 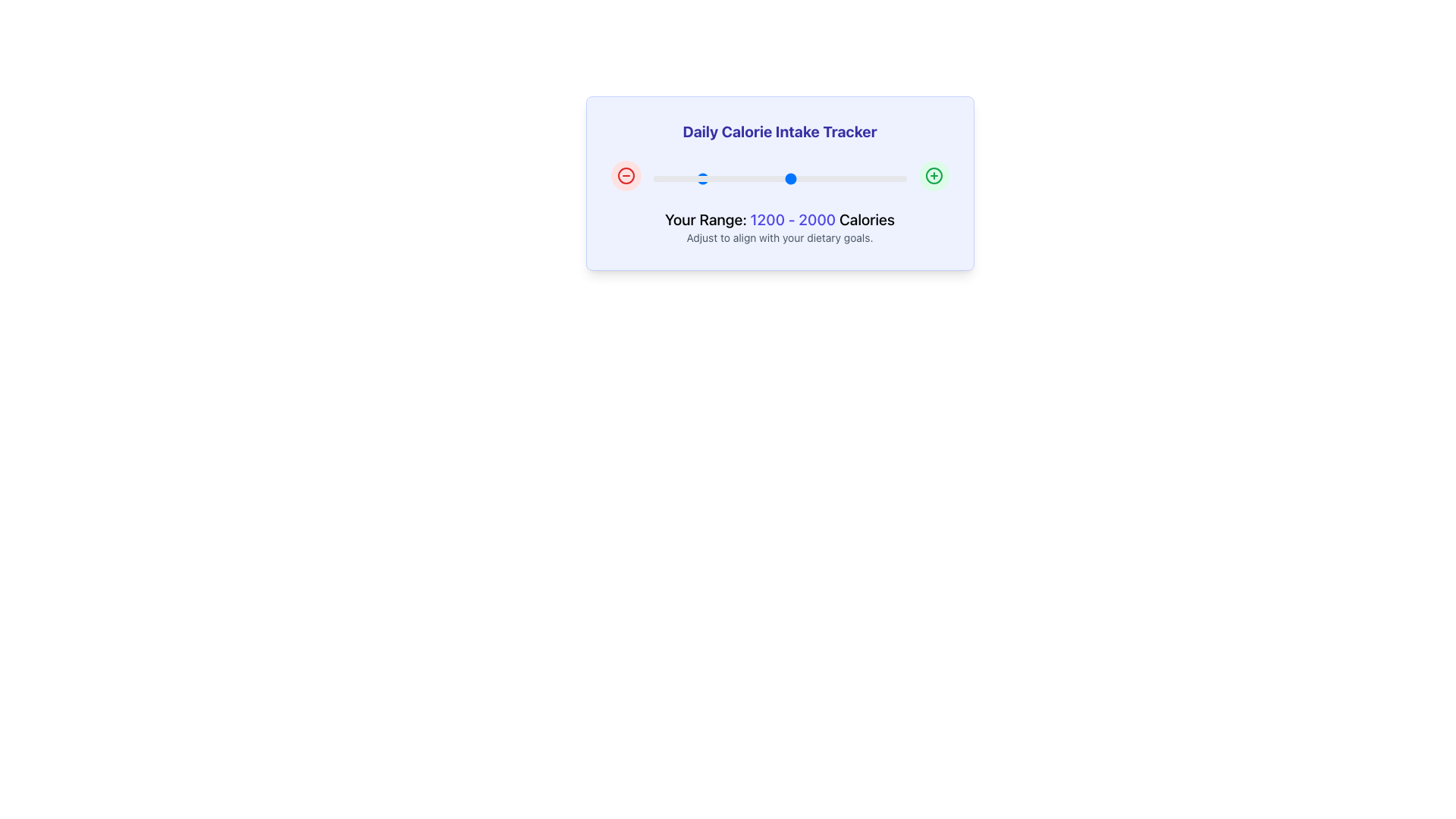 What do you see at coordinates (933, 174) in the screenshot?
I see `the green circular outline of the SVG Circle icon located in the far-right region of the calorie intake card` at bounding box center [933, 174].